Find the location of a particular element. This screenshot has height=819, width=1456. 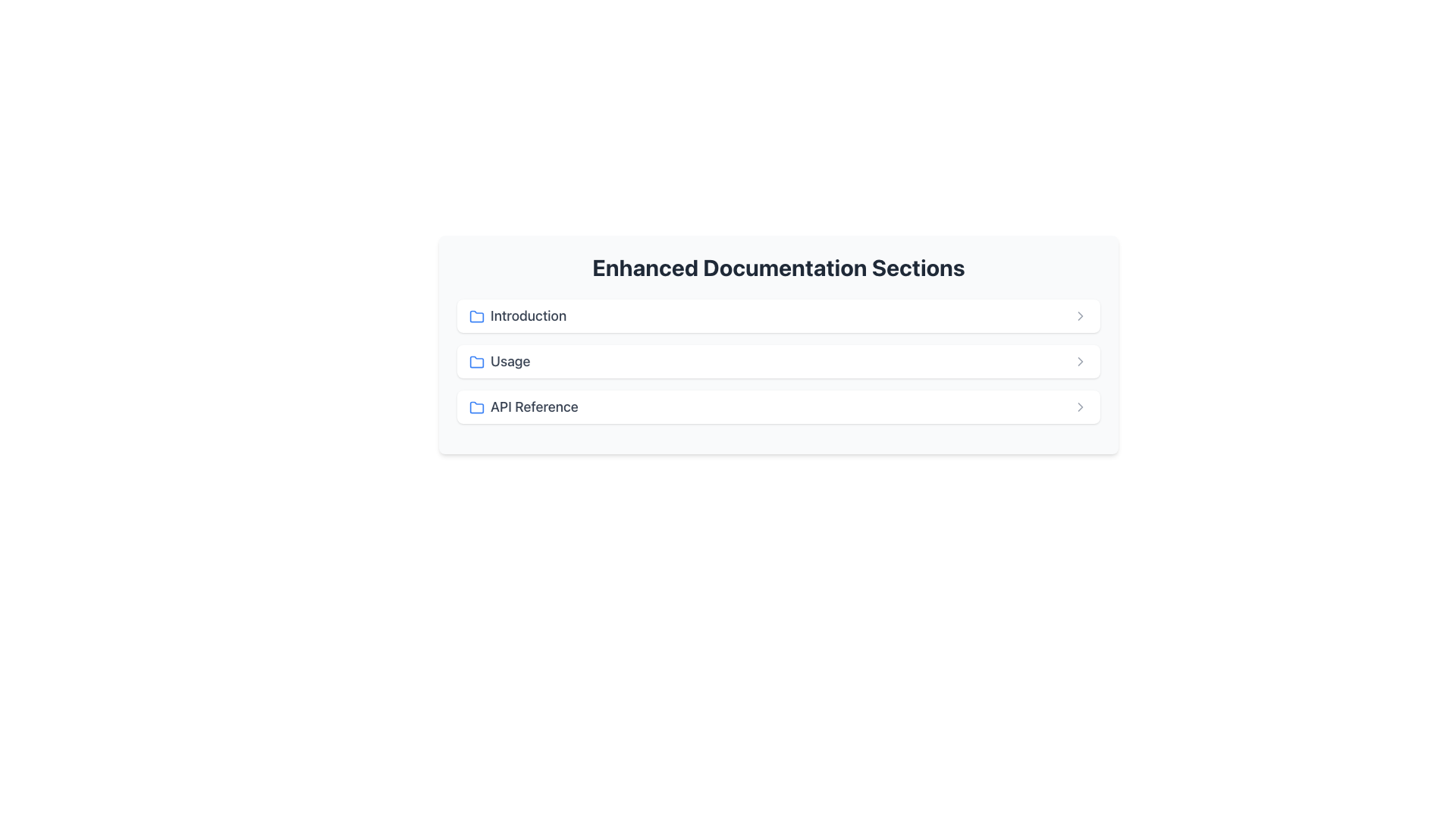

the 'Usage' button in the Enhanced Documentation Sections list is located at coordinates (779, 362).